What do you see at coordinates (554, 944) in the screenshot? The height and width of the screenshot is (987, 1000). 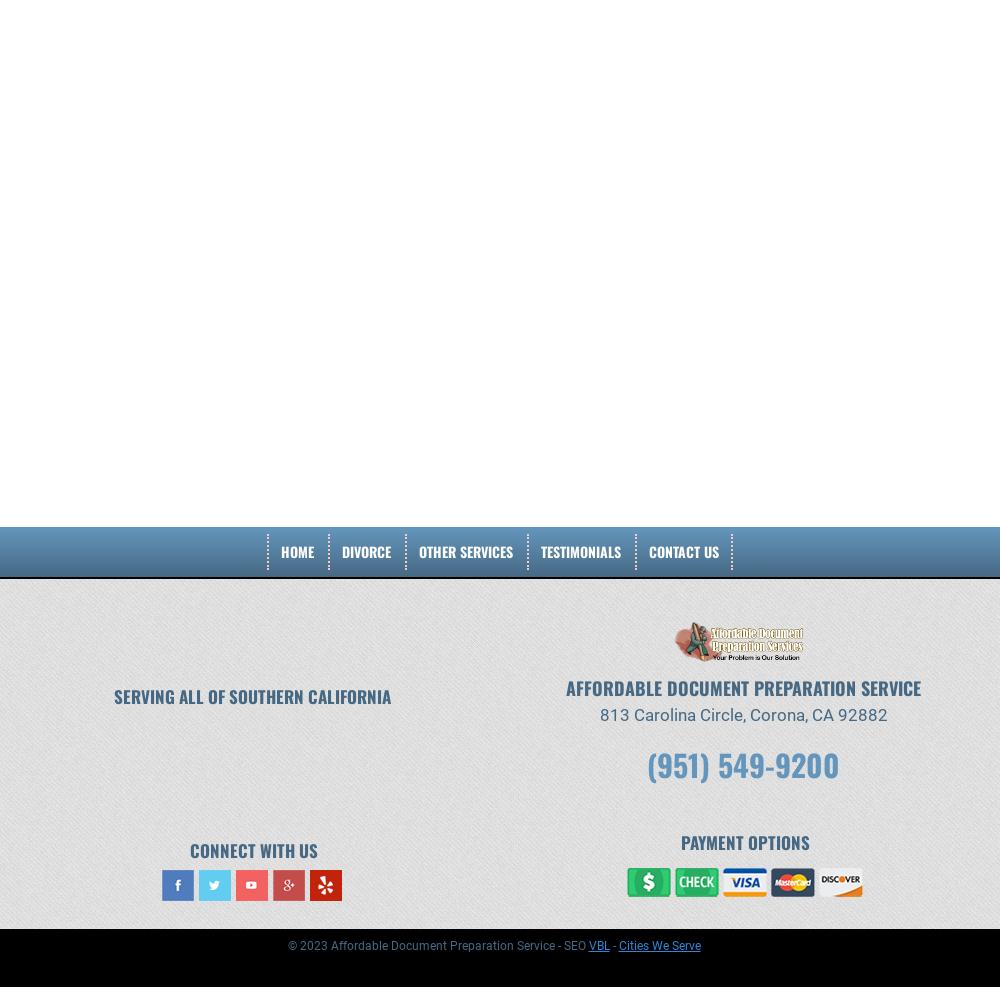 I see `'- SEO'` at bounding box center [554, 944].